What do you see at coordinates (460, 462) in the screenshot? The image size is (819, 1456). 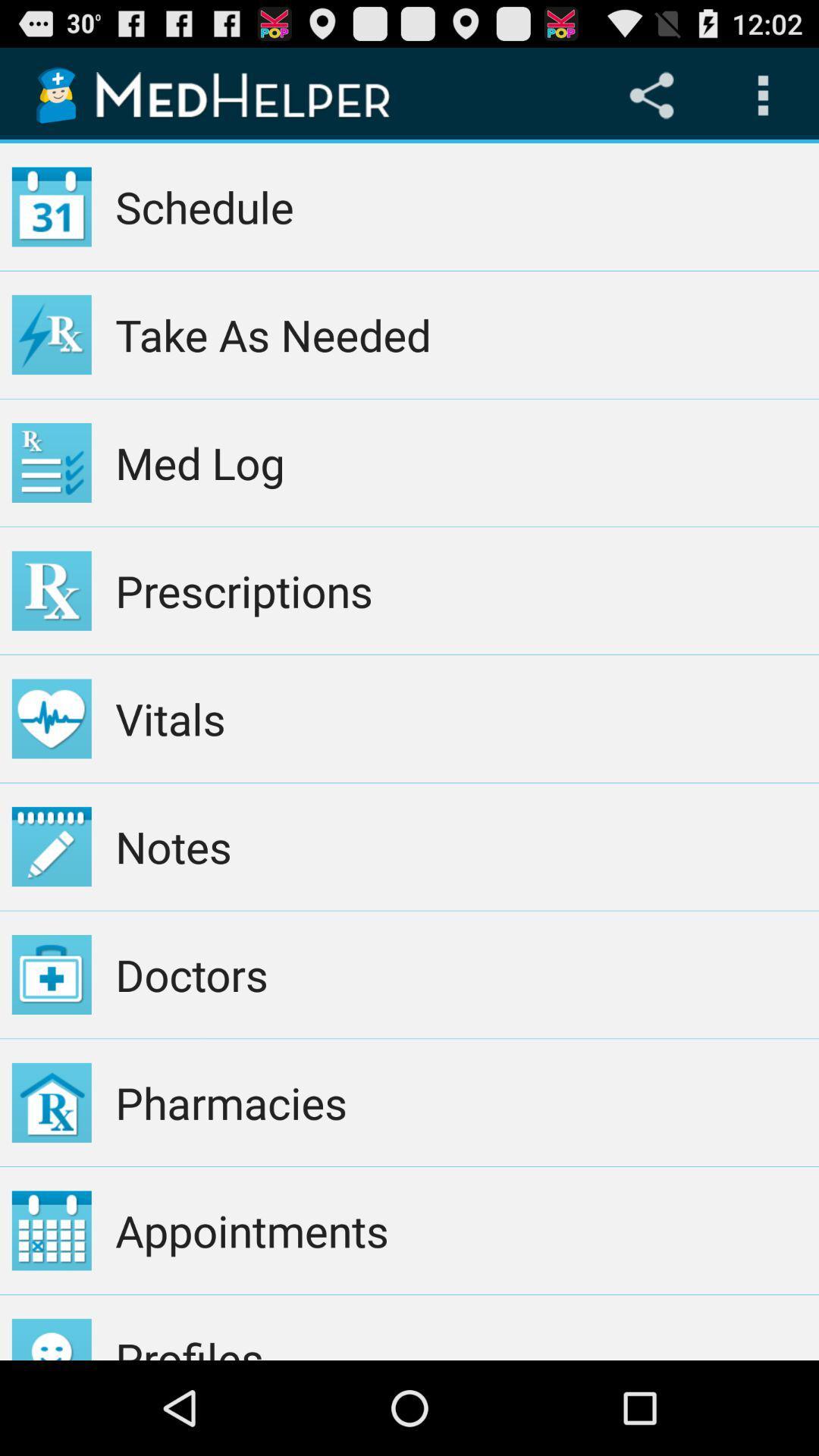 I see `the icon above the prescriptions app` at bounding box center [460, 462].